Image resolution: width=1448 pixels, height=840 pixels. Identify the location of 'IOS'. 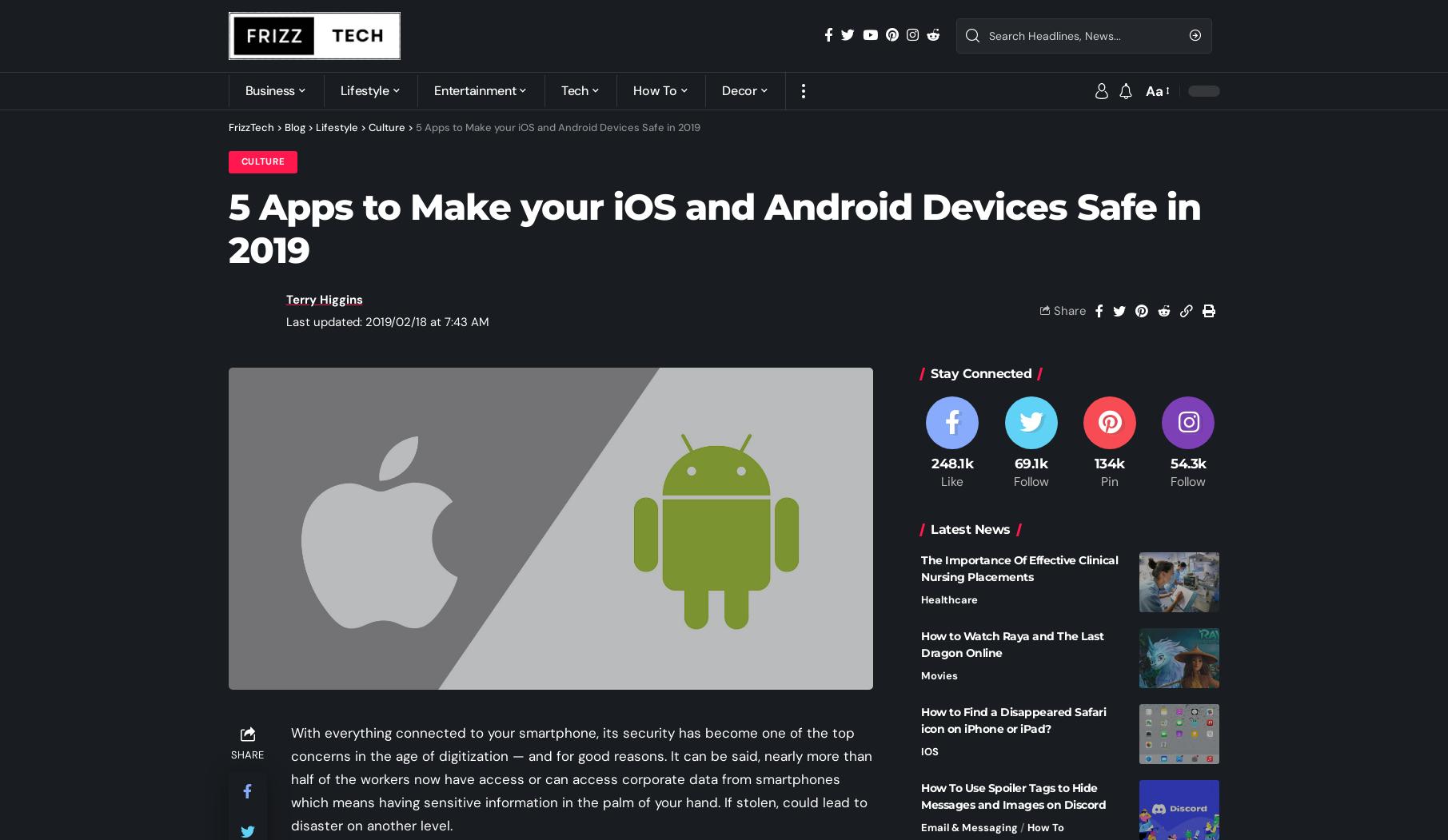
(929, 750).